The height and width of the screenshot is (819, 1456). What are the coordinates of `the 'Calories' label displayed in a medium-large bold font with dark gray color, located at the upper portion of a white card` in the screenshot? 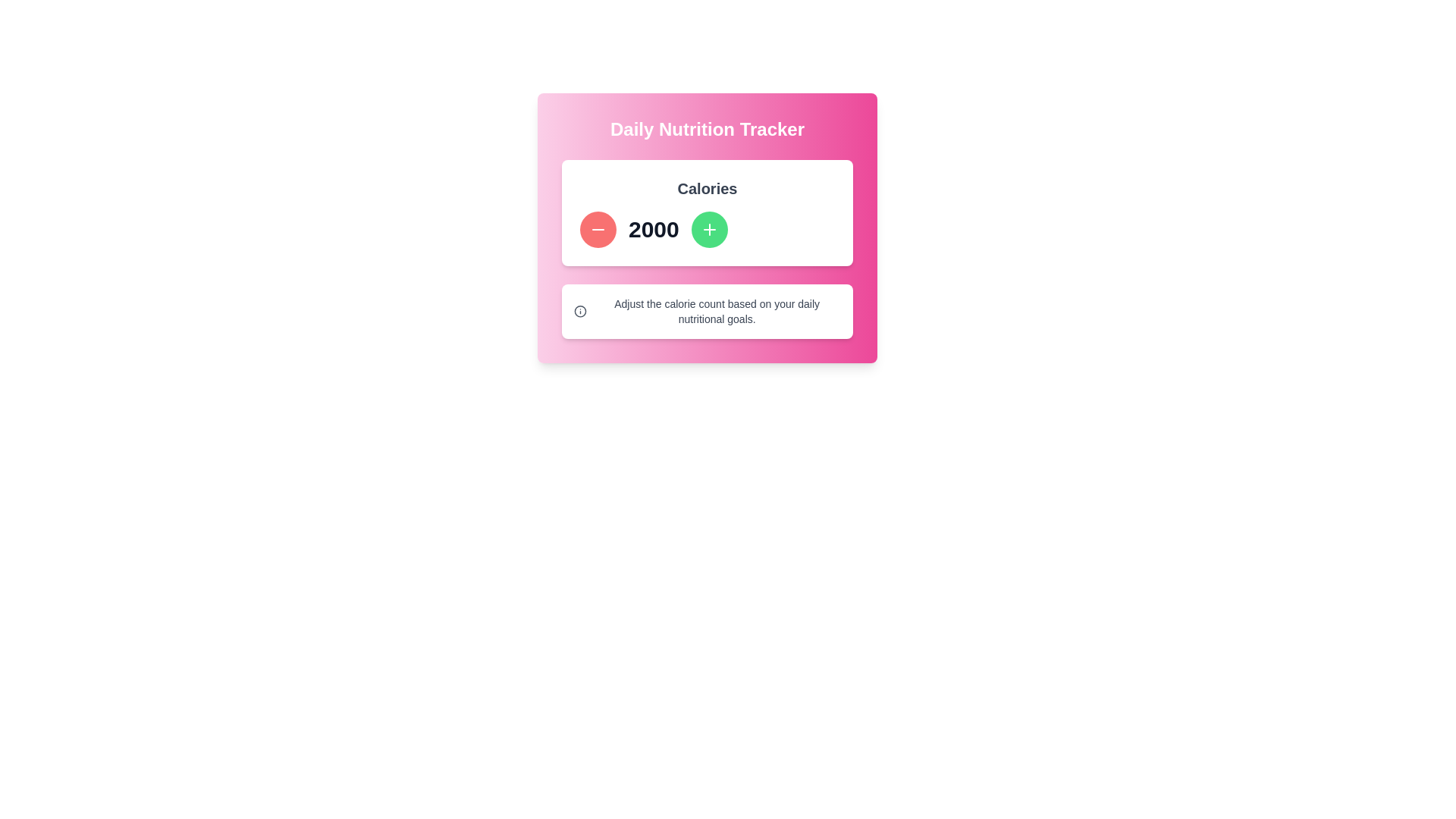 It's located at (706, 188).